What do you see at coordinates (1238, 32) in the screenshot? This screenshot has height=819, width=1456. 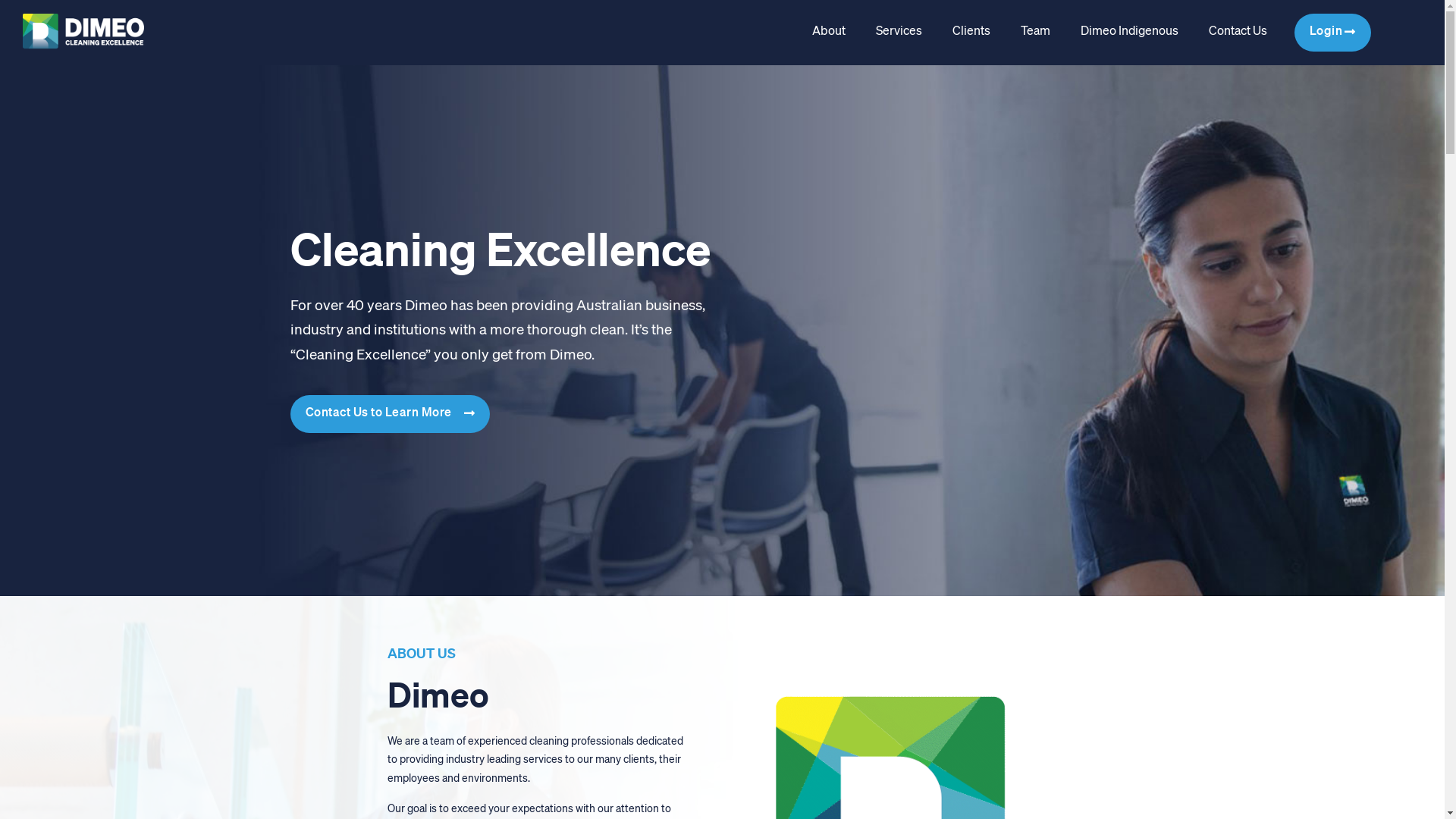 I see `'Contact Us'` at bounding box center [1238, 32].